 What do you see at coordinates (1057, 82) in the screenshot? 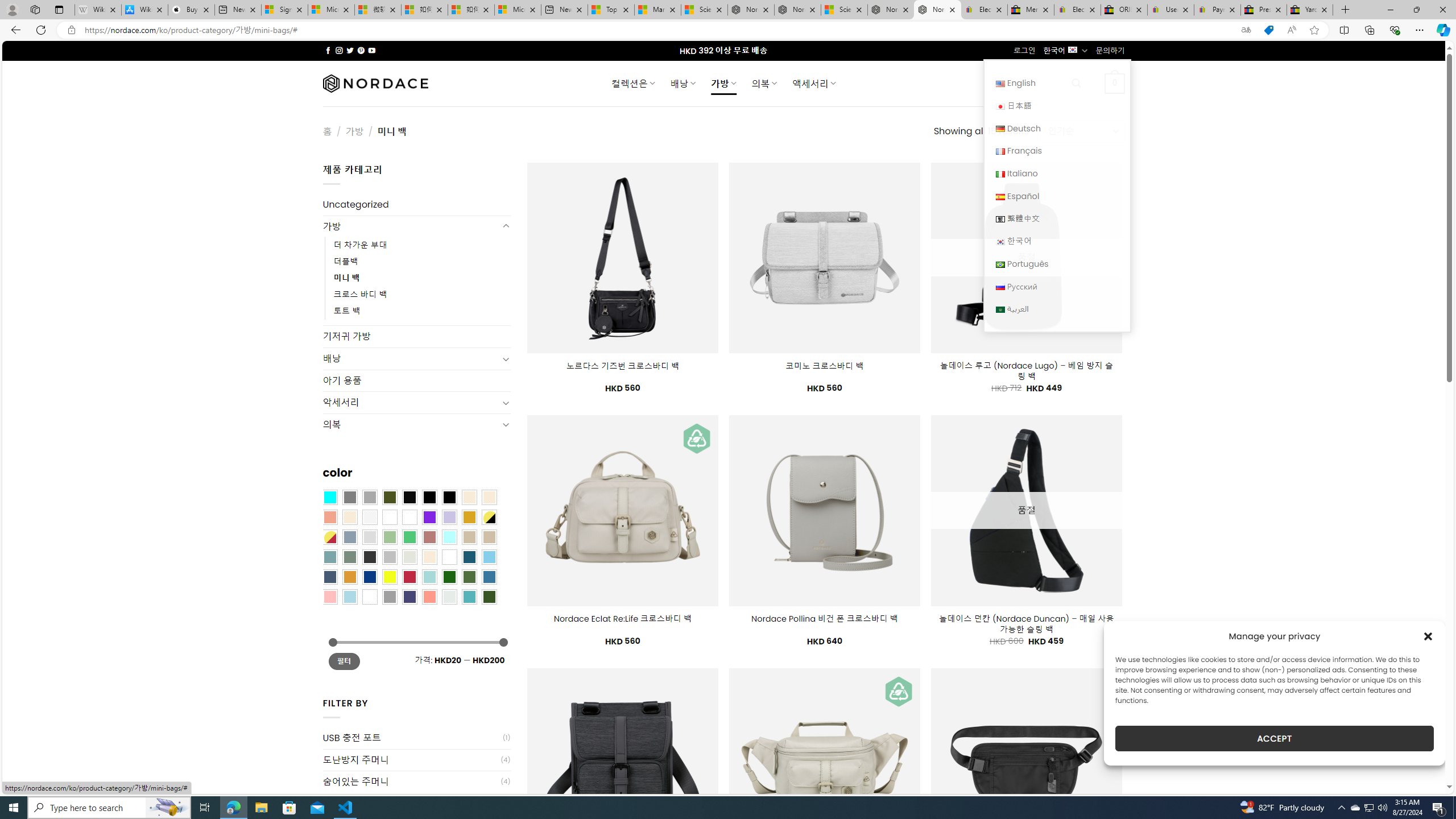
I see `'English English'` at bounding box center [1057, 82].